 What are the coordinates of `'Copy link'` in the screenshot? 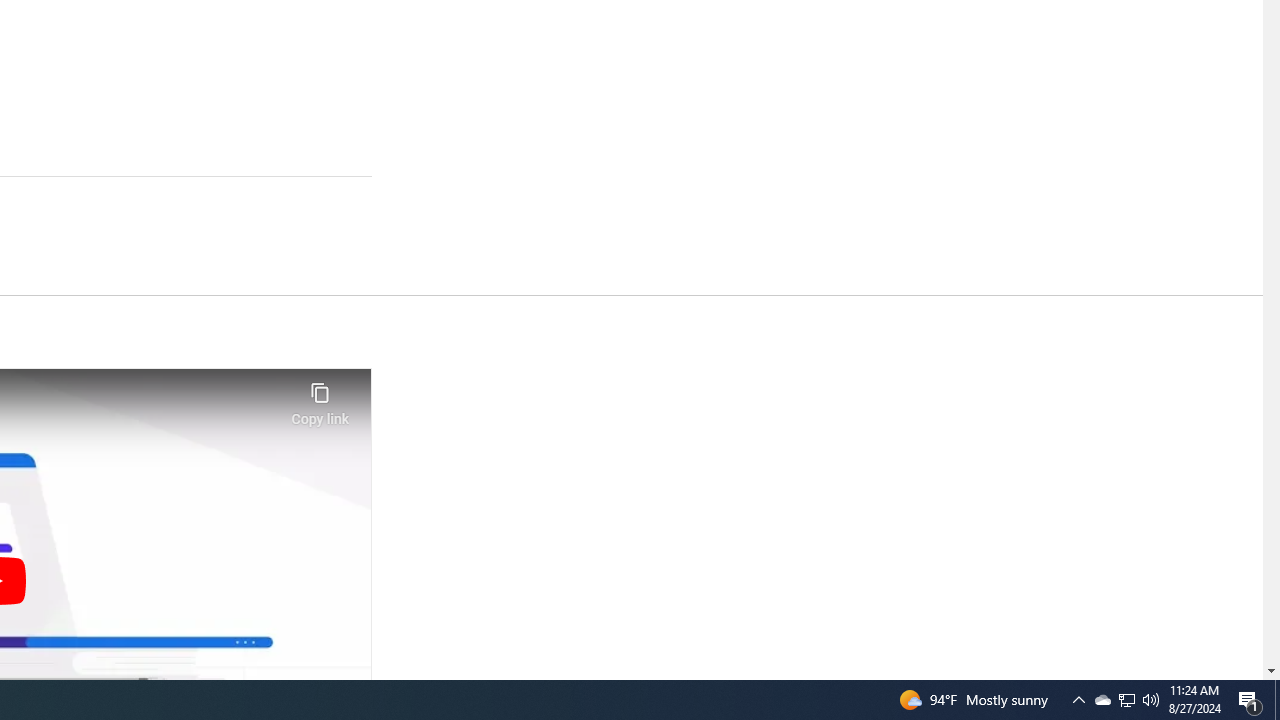 It's located at (320, 398).